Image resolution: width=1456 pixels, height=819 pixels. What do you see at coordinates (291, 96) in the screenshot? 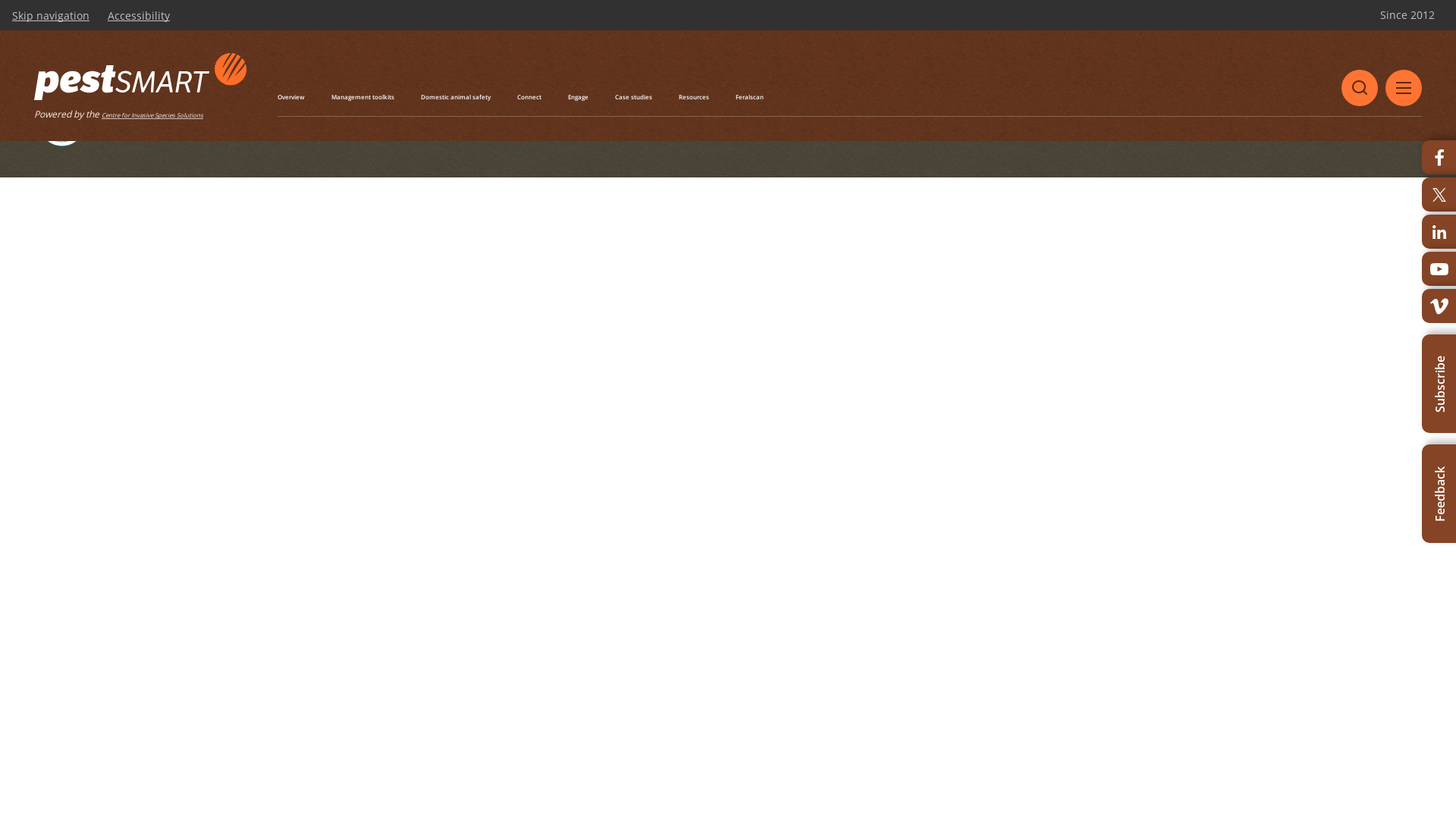
I see `'Overview'` at bounding box center [291, 96].